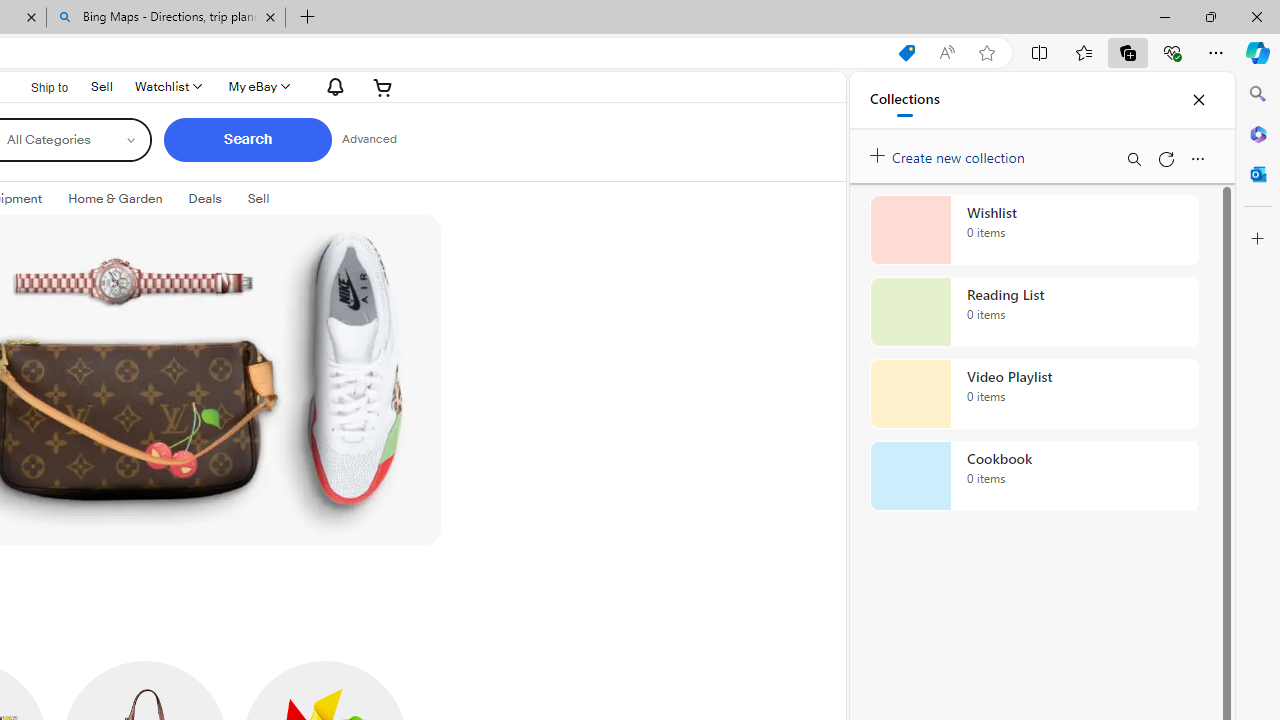 Image resolution: width=1280 pixels, height=720 pixels. Describe the element at coordinates (1197, 158) in the screenshot. I see `'More options menu'` at that location.